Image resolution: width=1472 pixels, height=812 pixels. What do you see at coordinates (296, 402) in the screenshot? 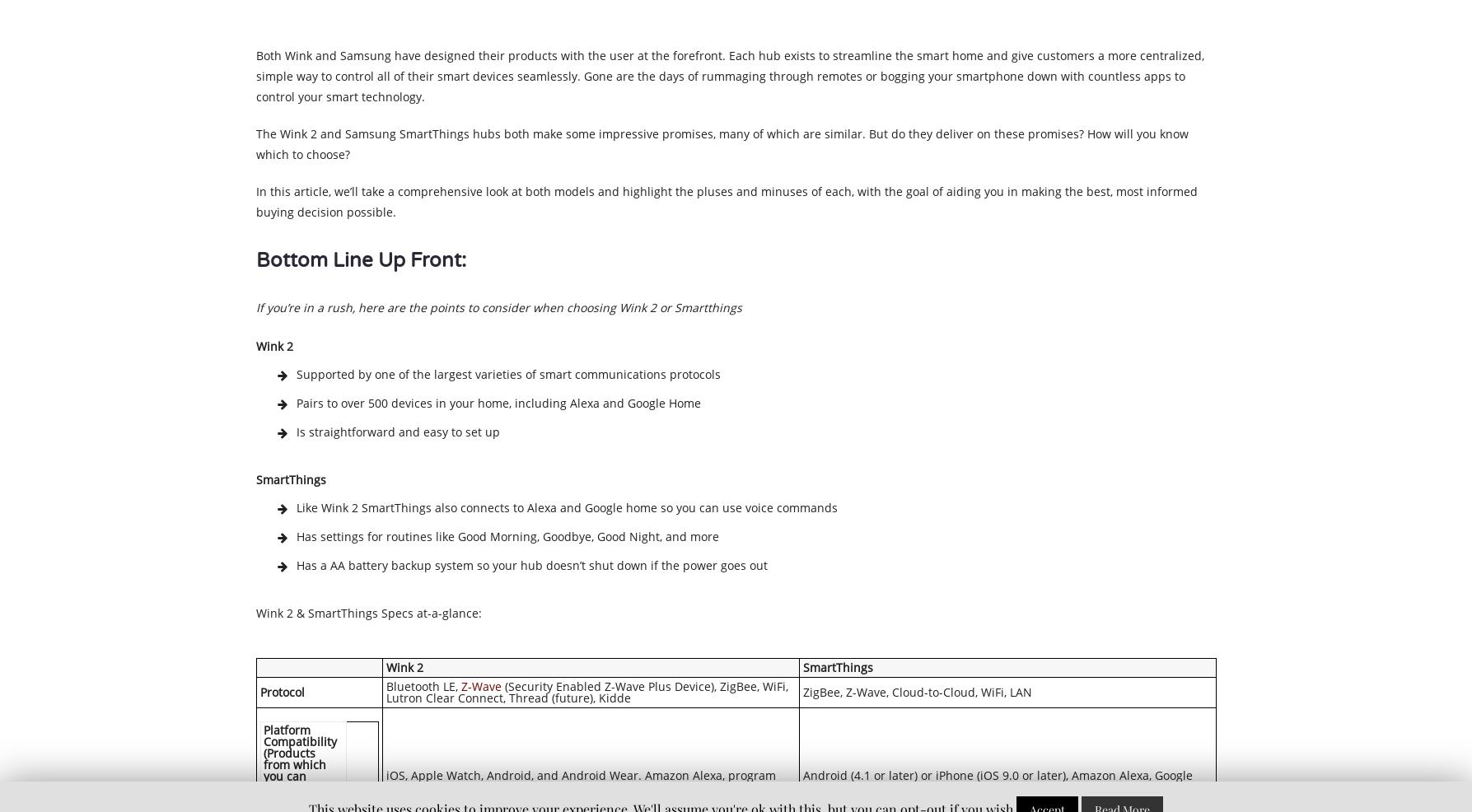
I see `'Pairs to over 500 devices in your home, including Alexa and Google Home'` at bounding box center [296, 402].